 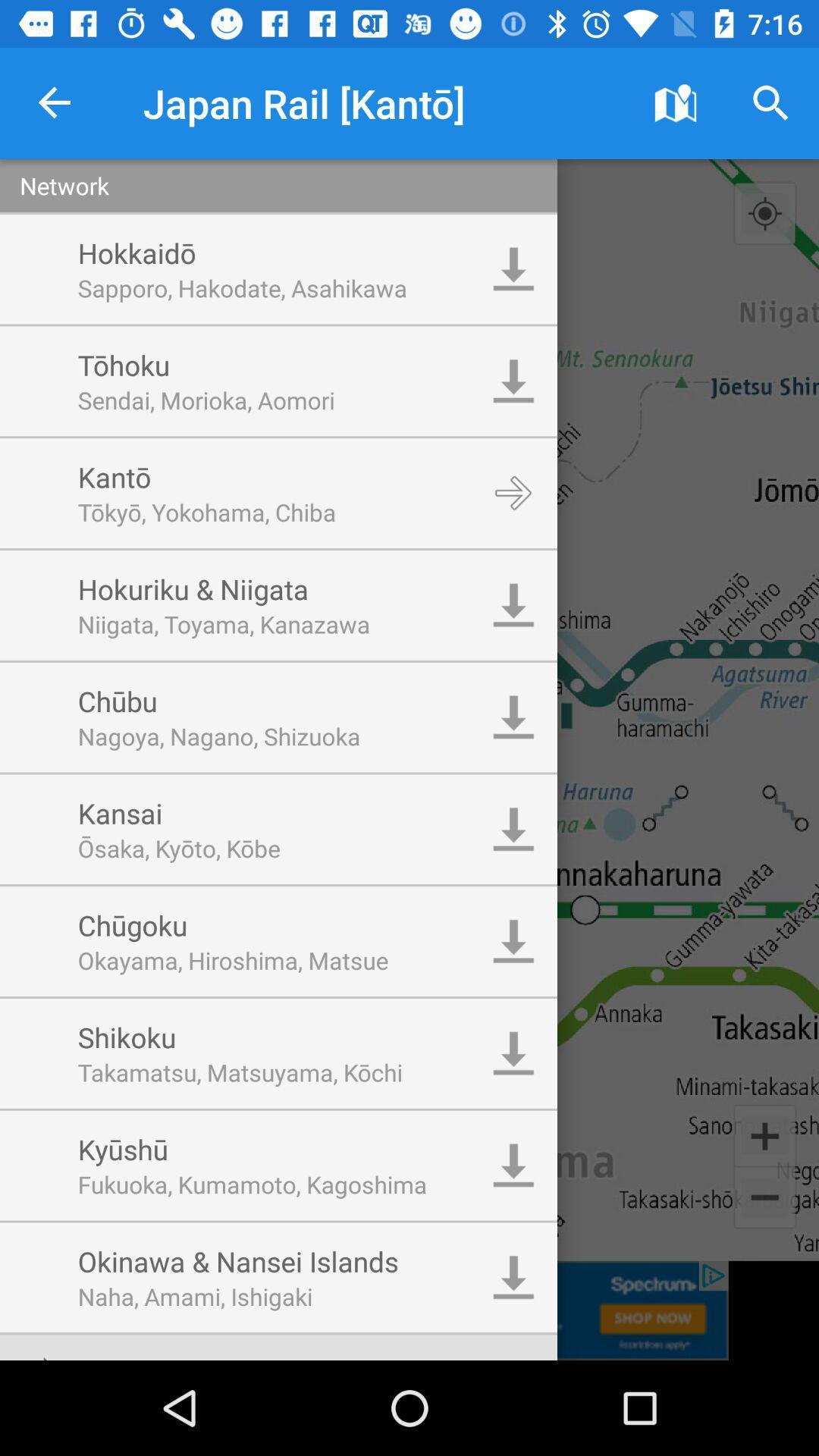 I want to click on the add icon, so click(x=764, y=1135).